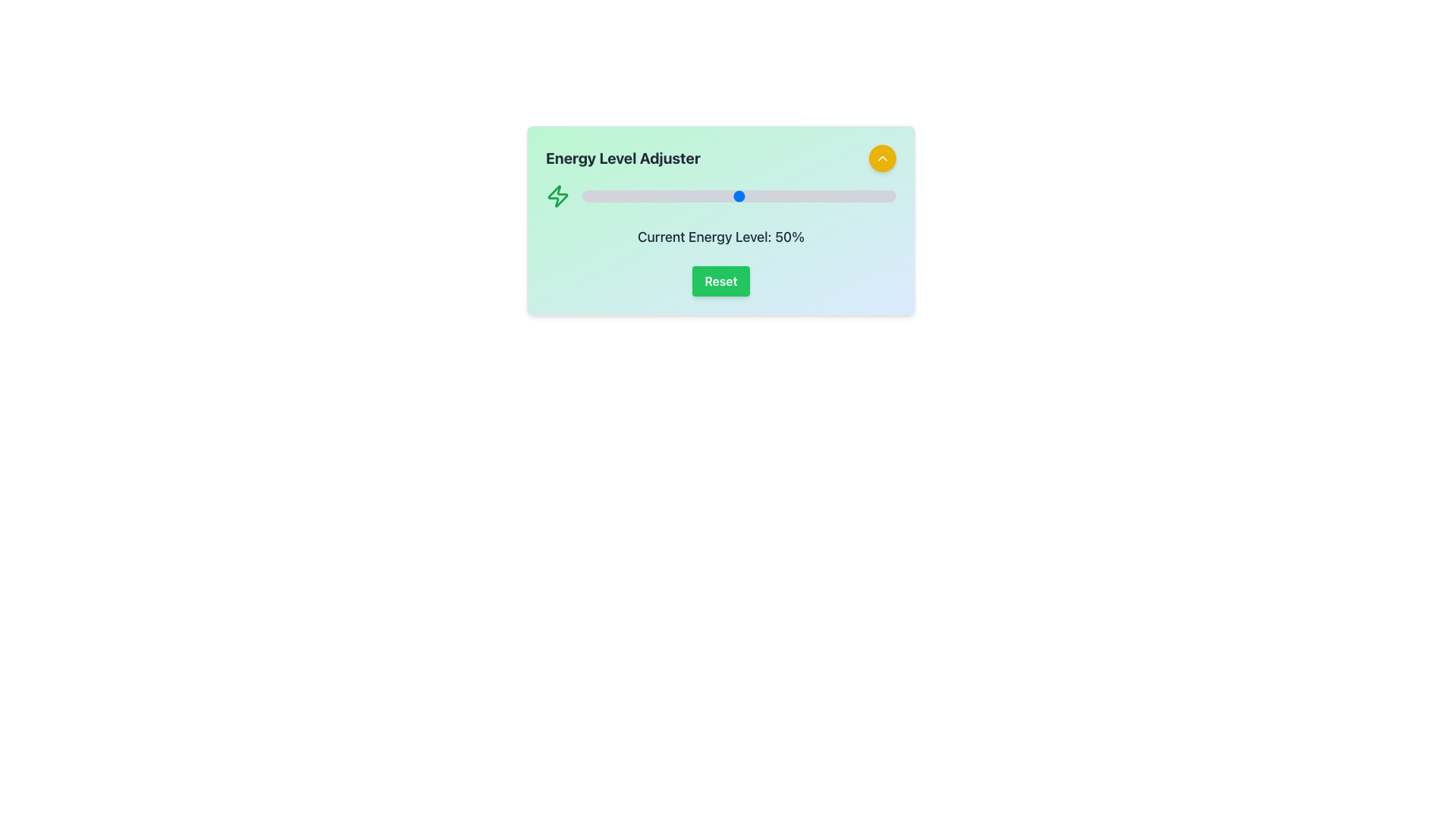 This screenshot has width=1456, height=819. Describe the element at coordinates (600, 195) in the screenshot. I see `the energy level` at that location.